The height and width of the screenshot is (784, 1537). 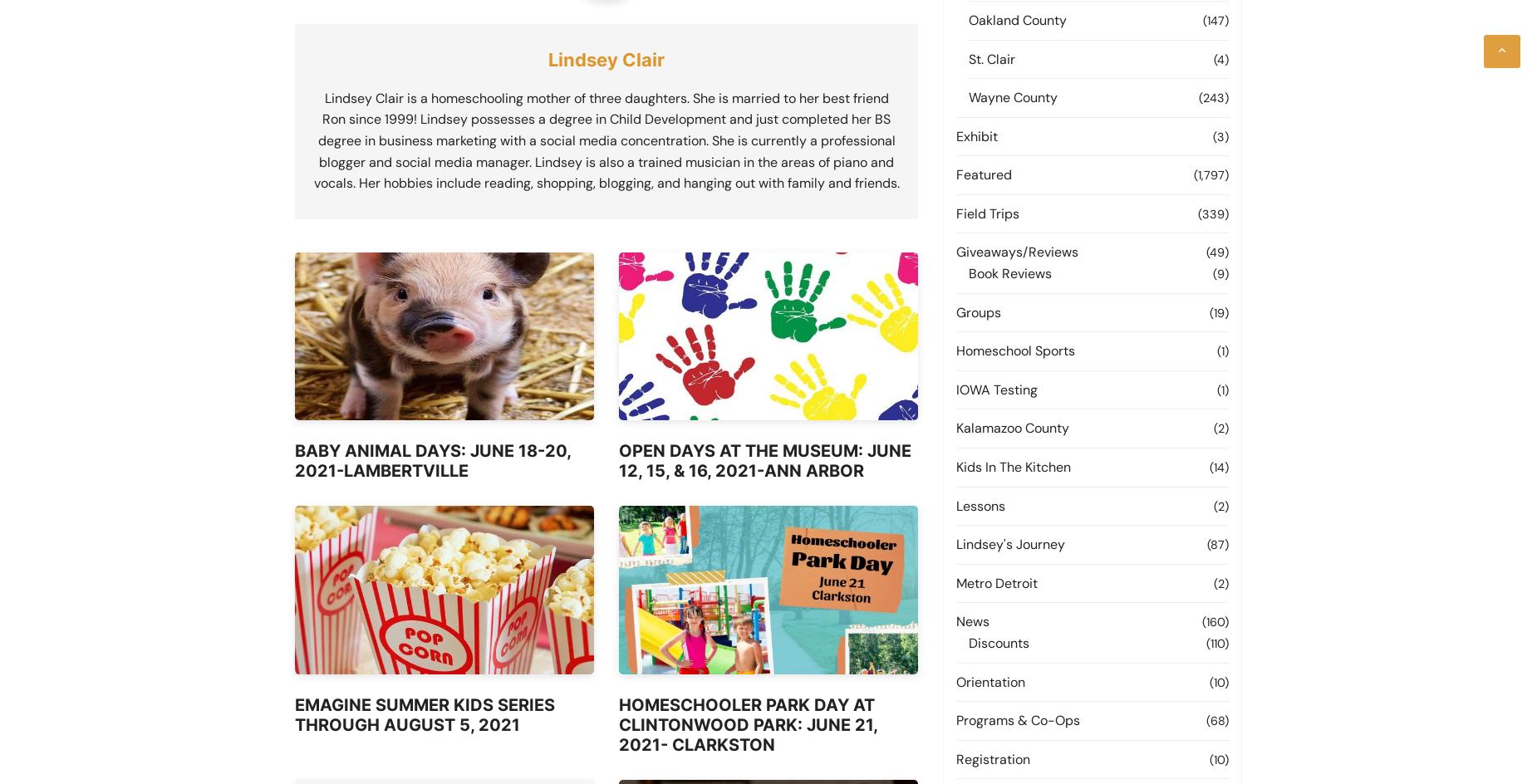 What do you see at coordinates (980, 505) in the screenshot?
I see `'Lessons'` at bounding box center [980, 505].